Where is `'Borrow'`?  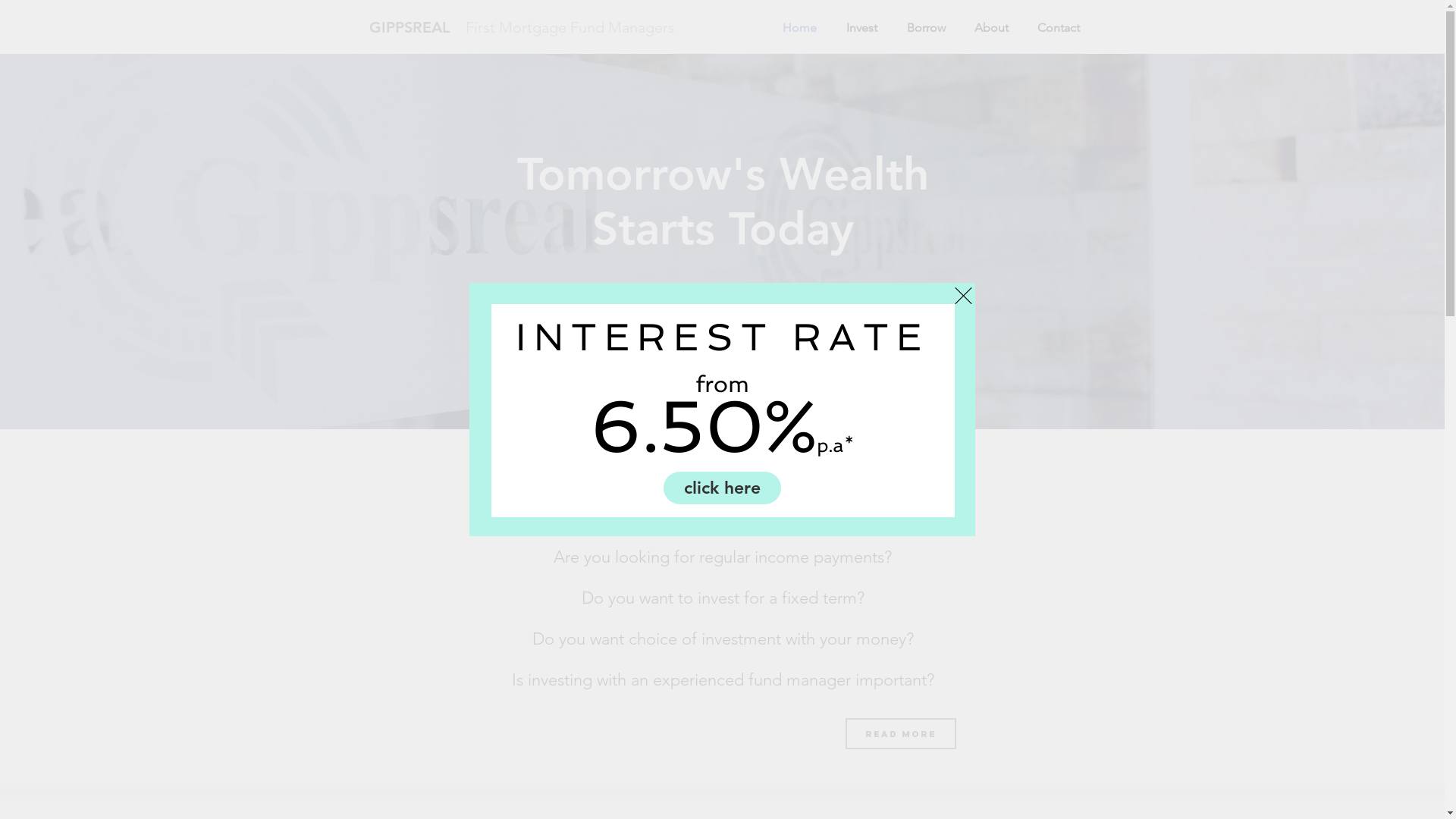
'Borrow' is located at coordinates (924, 27).